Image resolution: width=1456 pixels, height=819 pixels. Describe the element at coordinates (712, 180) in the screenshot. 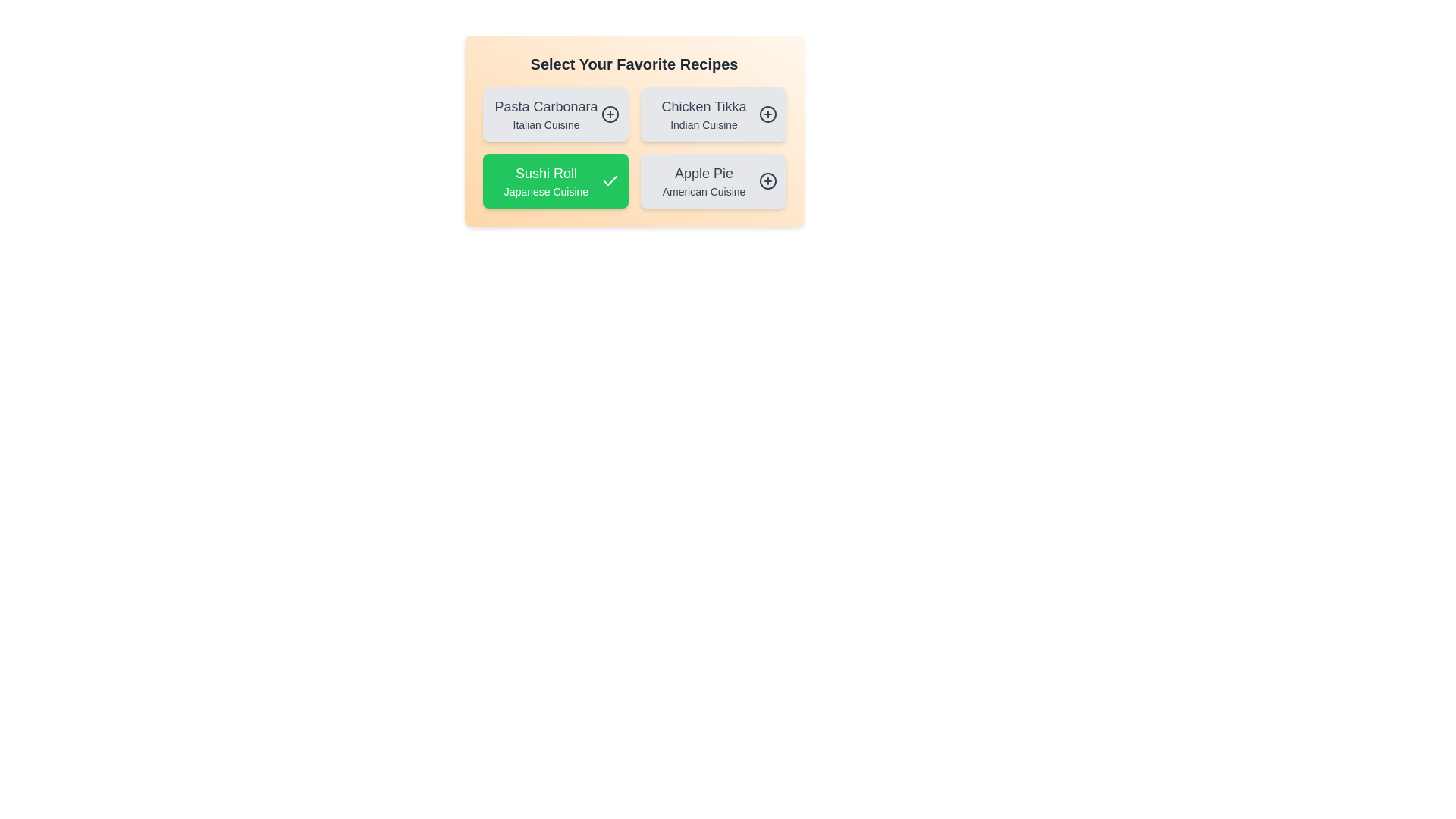

I see `the recipe card corresponding to Apple Pie to toggle its selection state` at that location.